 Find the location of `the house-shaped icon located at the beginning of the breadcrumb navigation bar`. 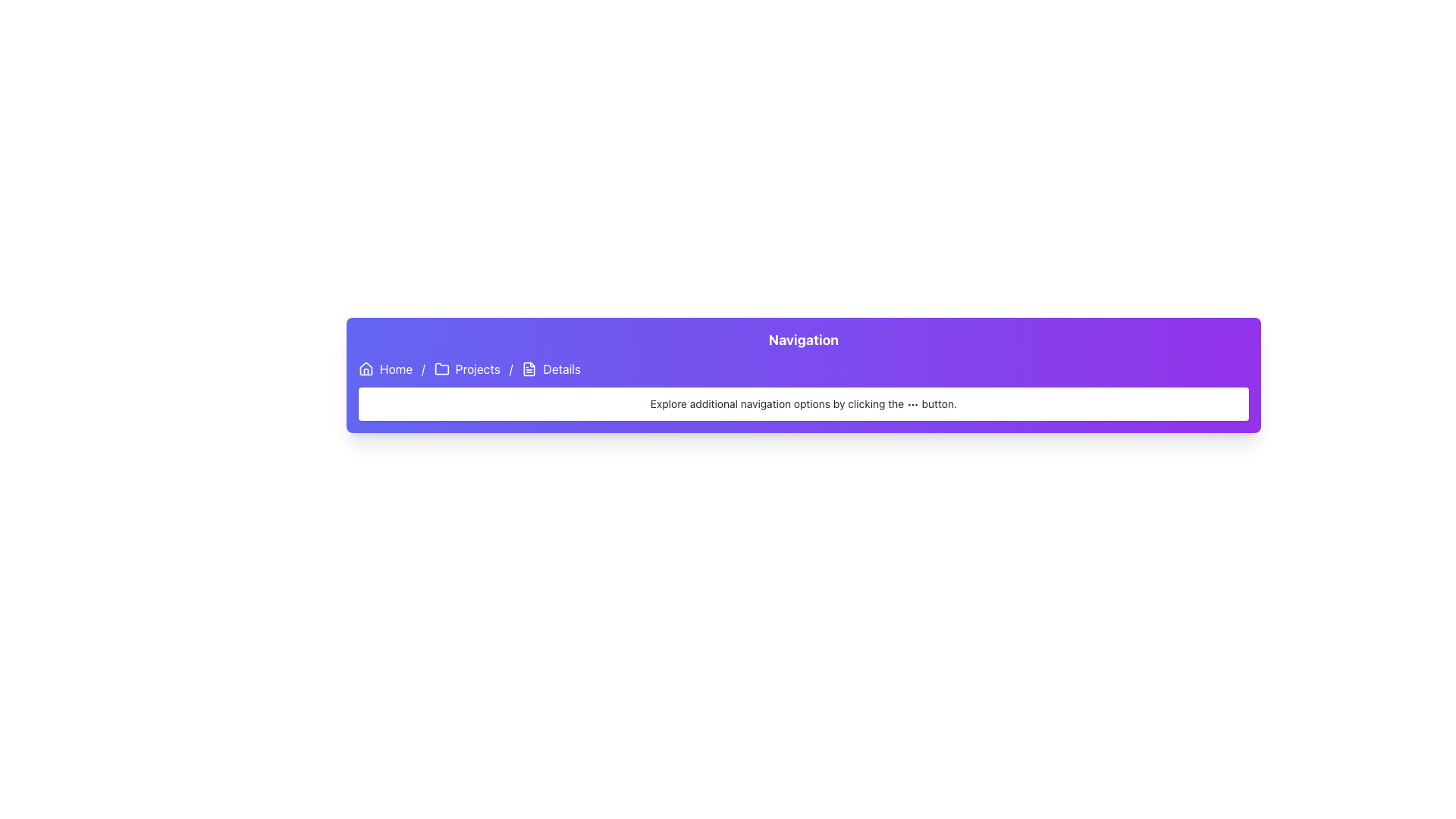

the house-shaped icon located at the beginning of the breadcrumb navigation bar is located at coordinates (366, 369).